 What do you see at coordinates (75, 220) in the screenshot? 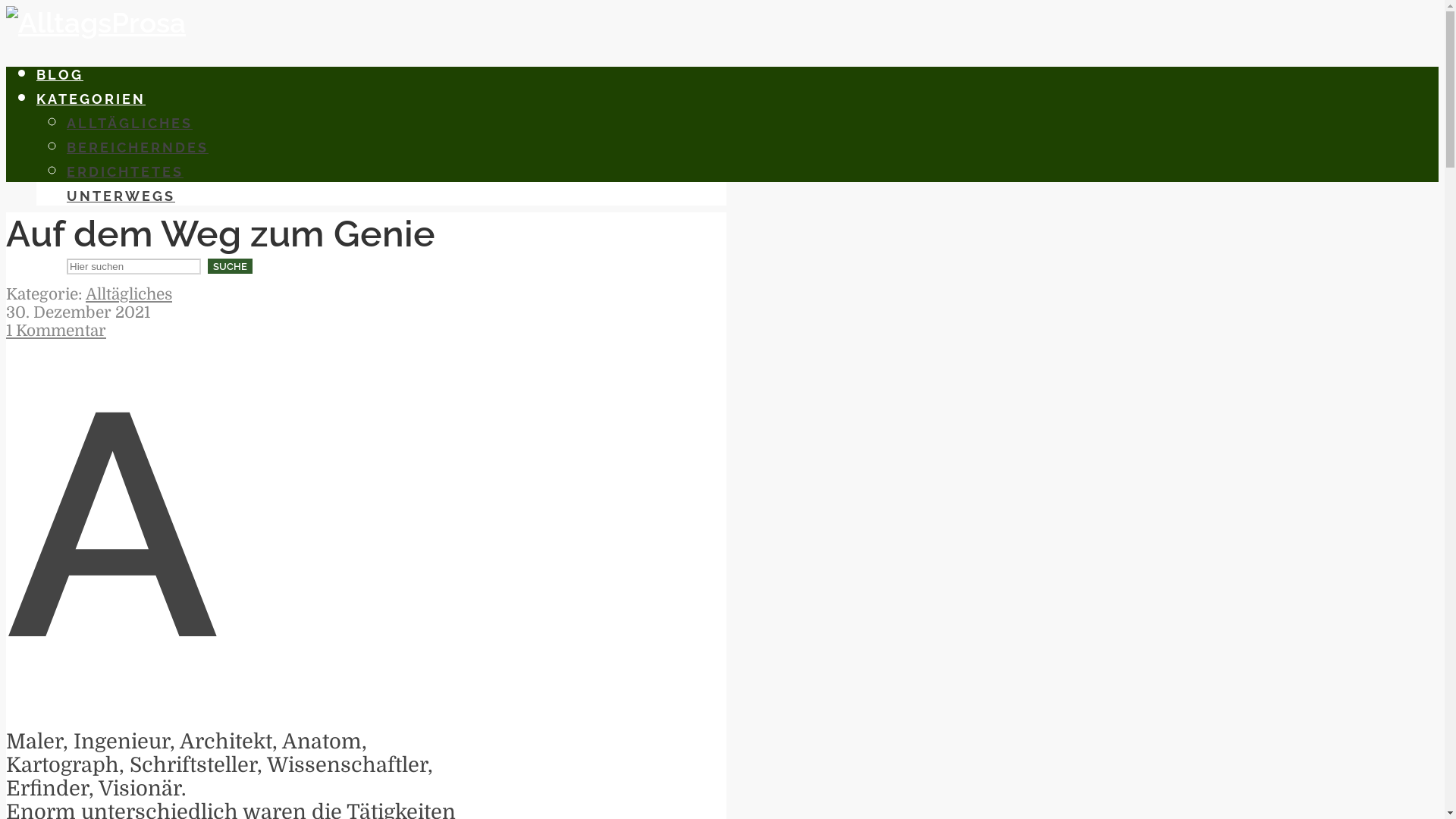
I see `'KONTAKT'` at bounding box center [75, 220].